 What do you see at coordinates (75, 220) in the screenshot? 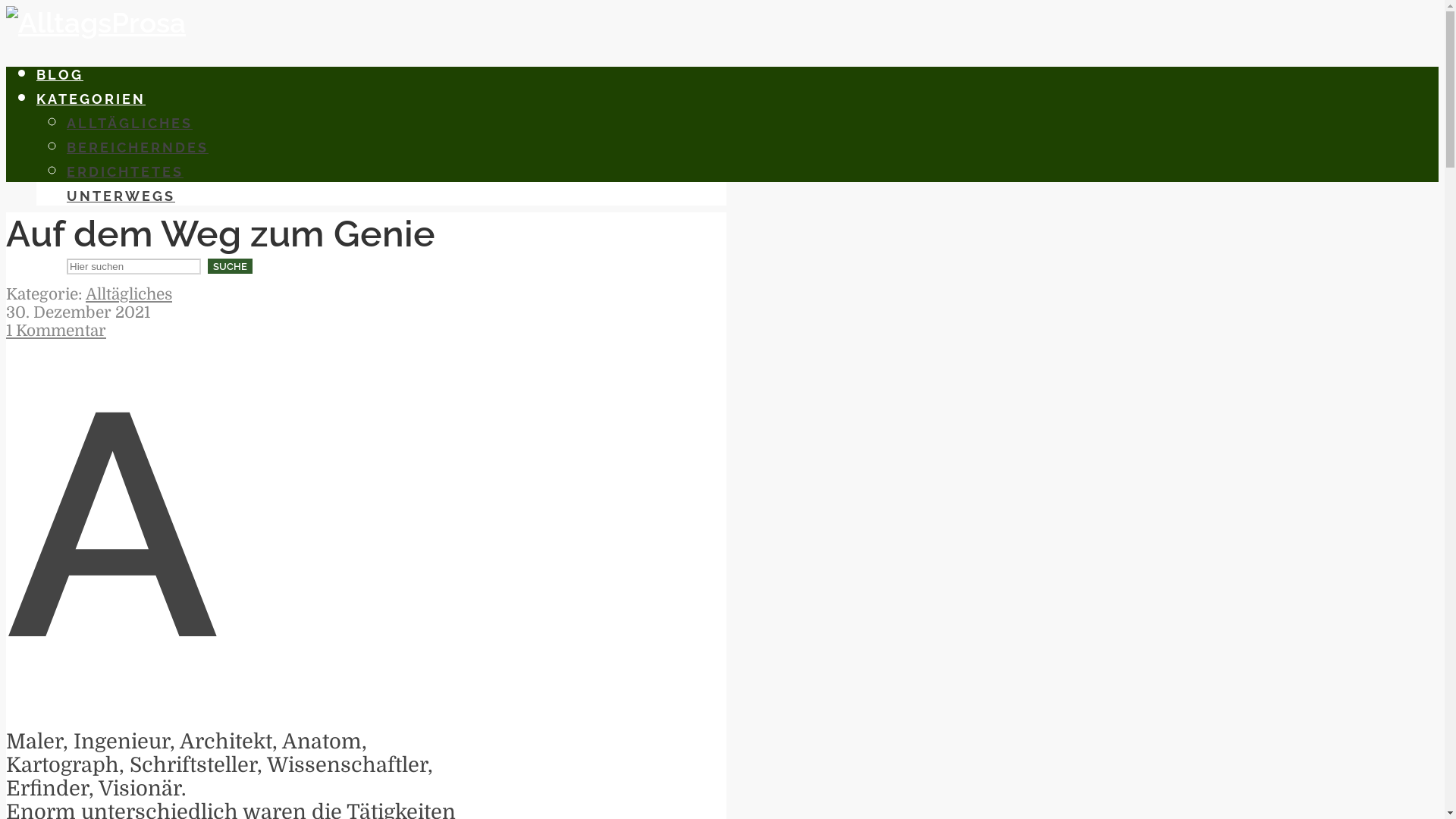
I see `'KONTAKT'` at bounding box center [75, 220].